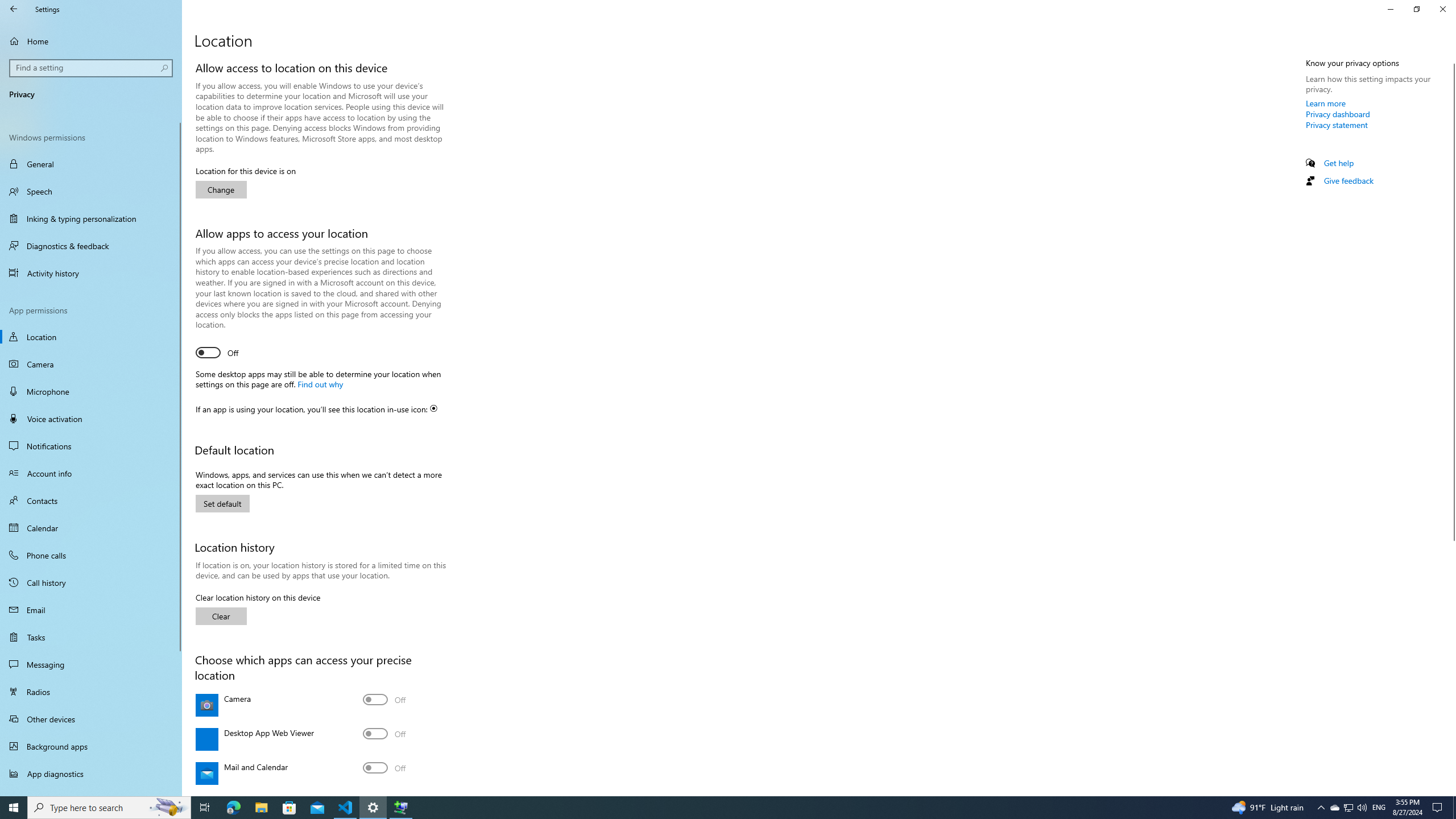  I want to click on 'Voice activation', so click(90, 418).